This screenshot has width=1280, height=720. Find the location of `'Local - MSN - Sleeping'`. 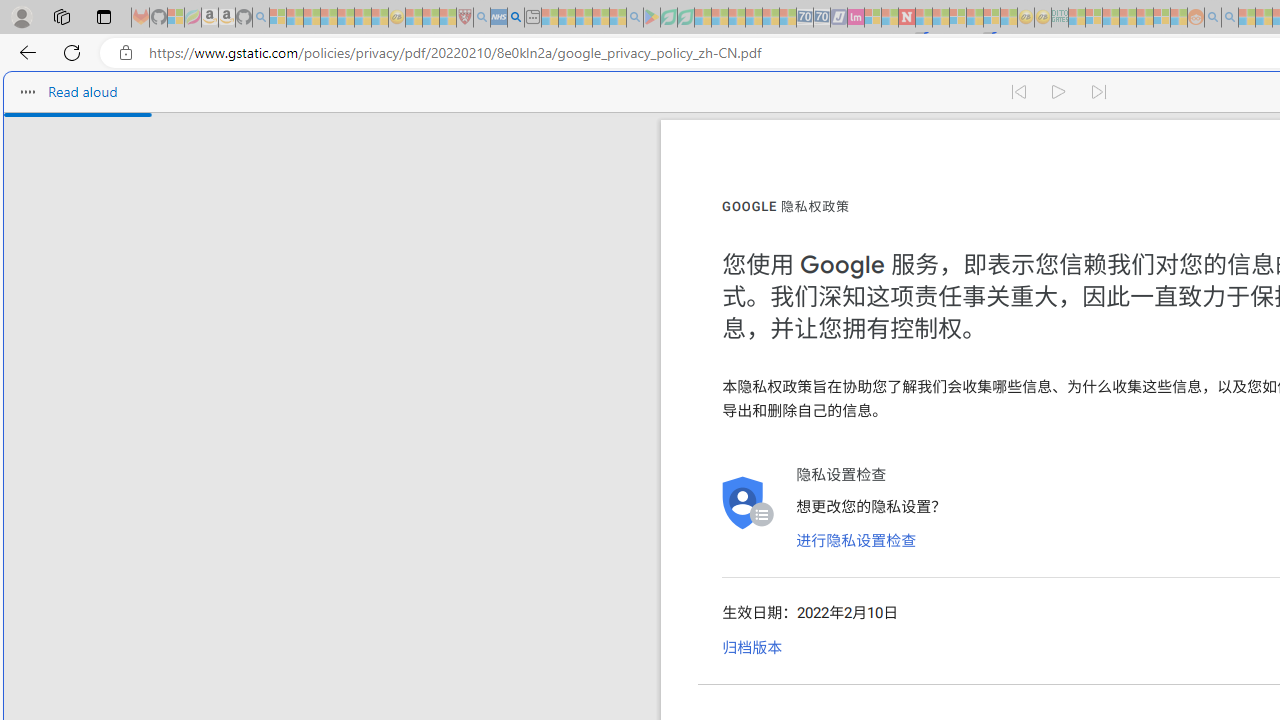

'Local - MSN - Sleeping' is located at coordinates (447, 17).